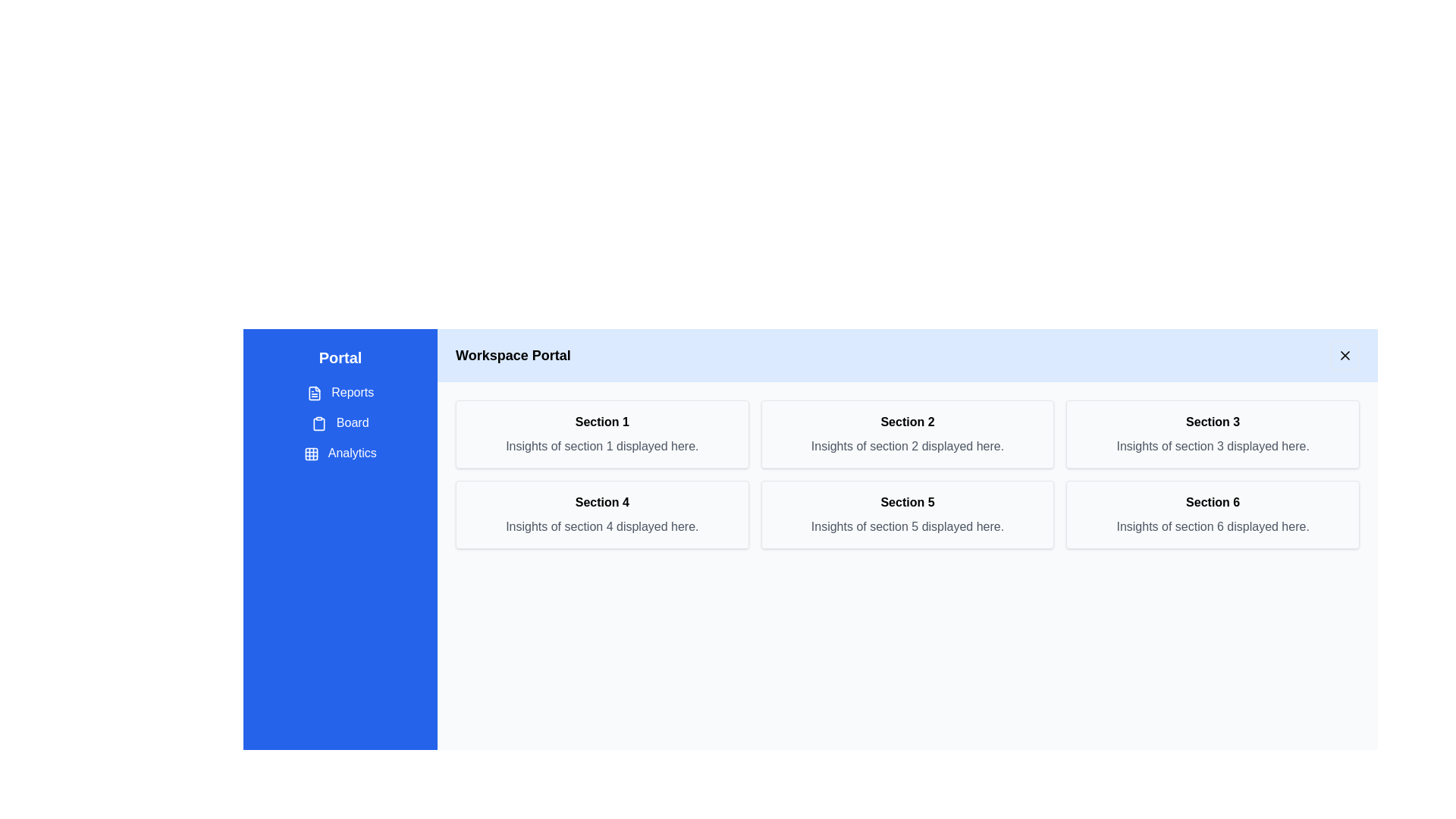  Describe the element at coordinates (340, 357) in the screenshot. I see `the Header title or label located at the top of the blue navigation bar, which serves as the title for the navigation options 'Reports', 'Board', and 'Analytics'` at that location.